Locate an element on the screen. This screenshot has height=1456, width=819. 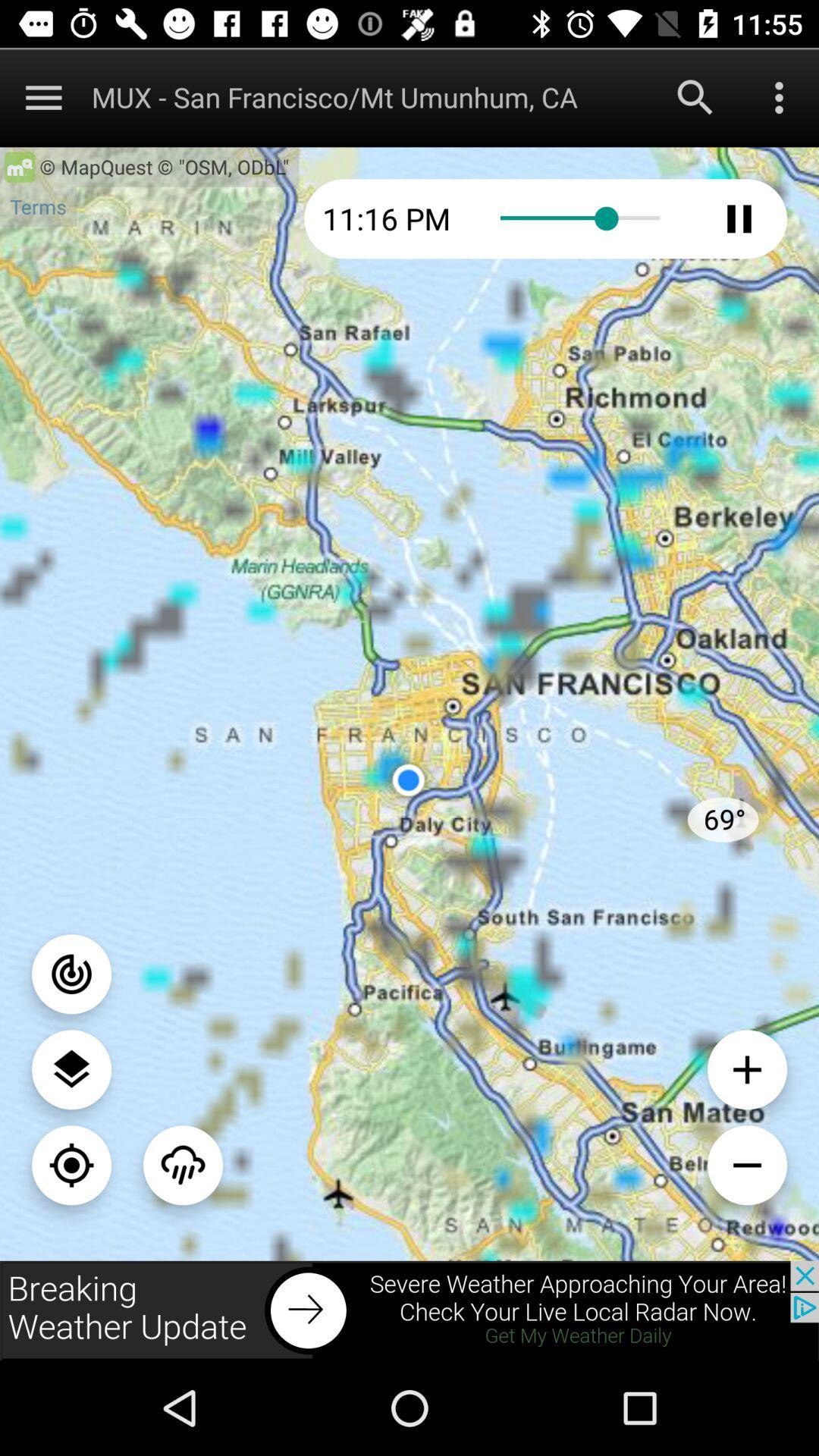
to more options open to more options is located at coordinates (779, 96).